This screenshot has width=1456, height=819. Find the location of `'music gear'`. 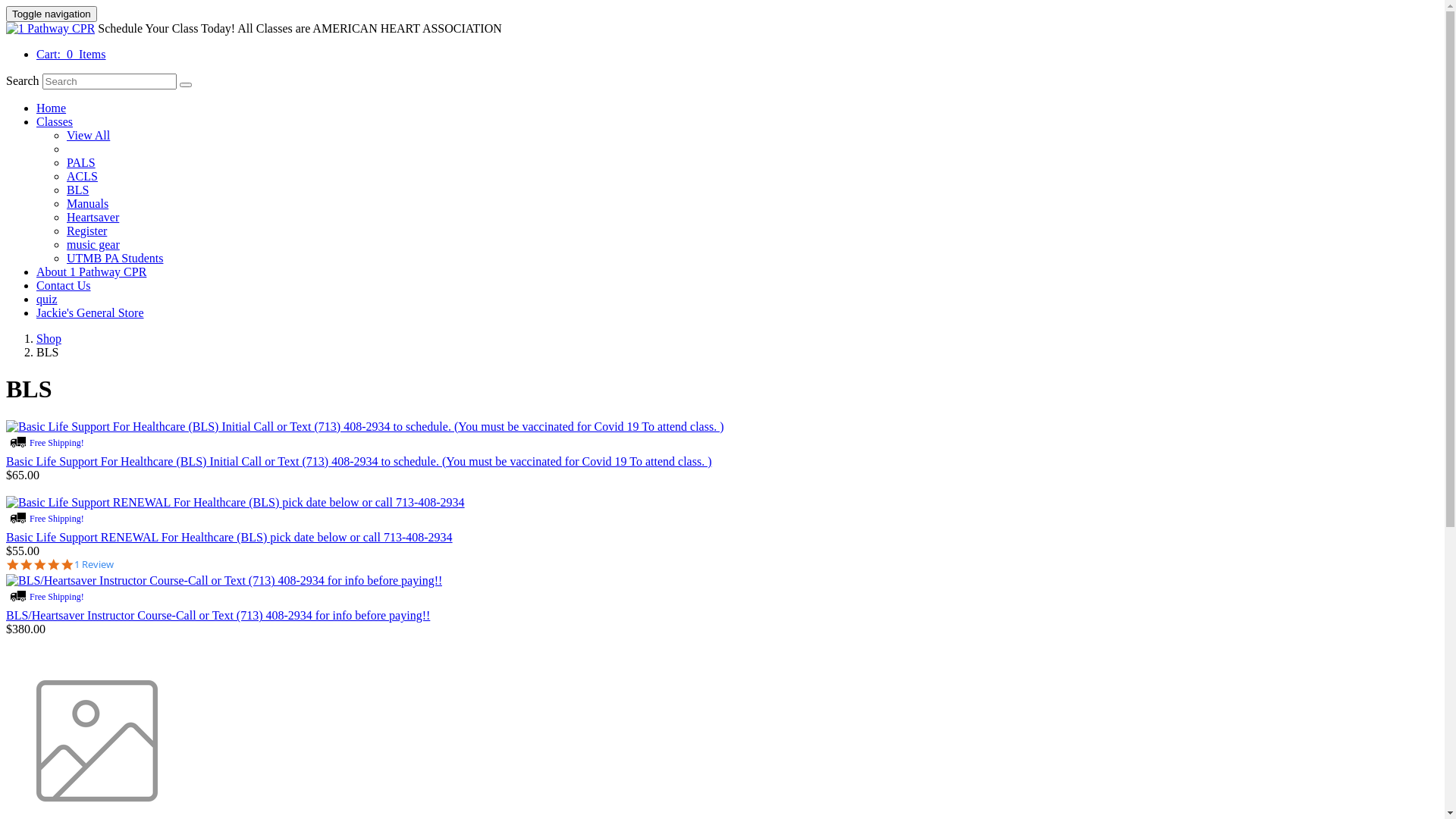

'music gear' is located at coordinates (93, 243).